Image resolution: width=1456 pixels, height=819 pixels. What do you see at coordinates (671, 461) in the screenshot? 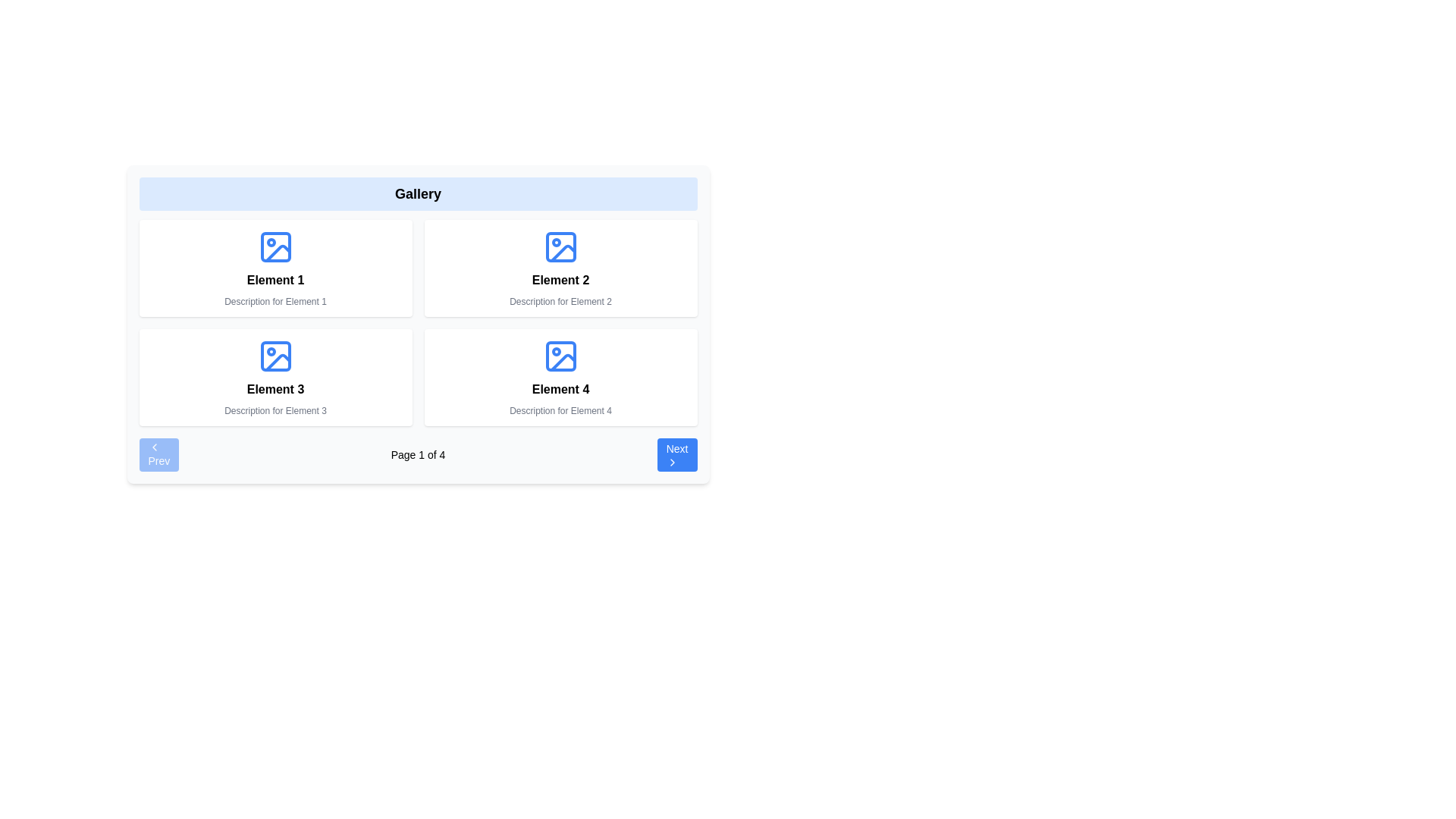
I see `the small arrow icon pointing to the right, which is located at the rightmost side of the blue 'Next' button` at bounding box center [671, 461].